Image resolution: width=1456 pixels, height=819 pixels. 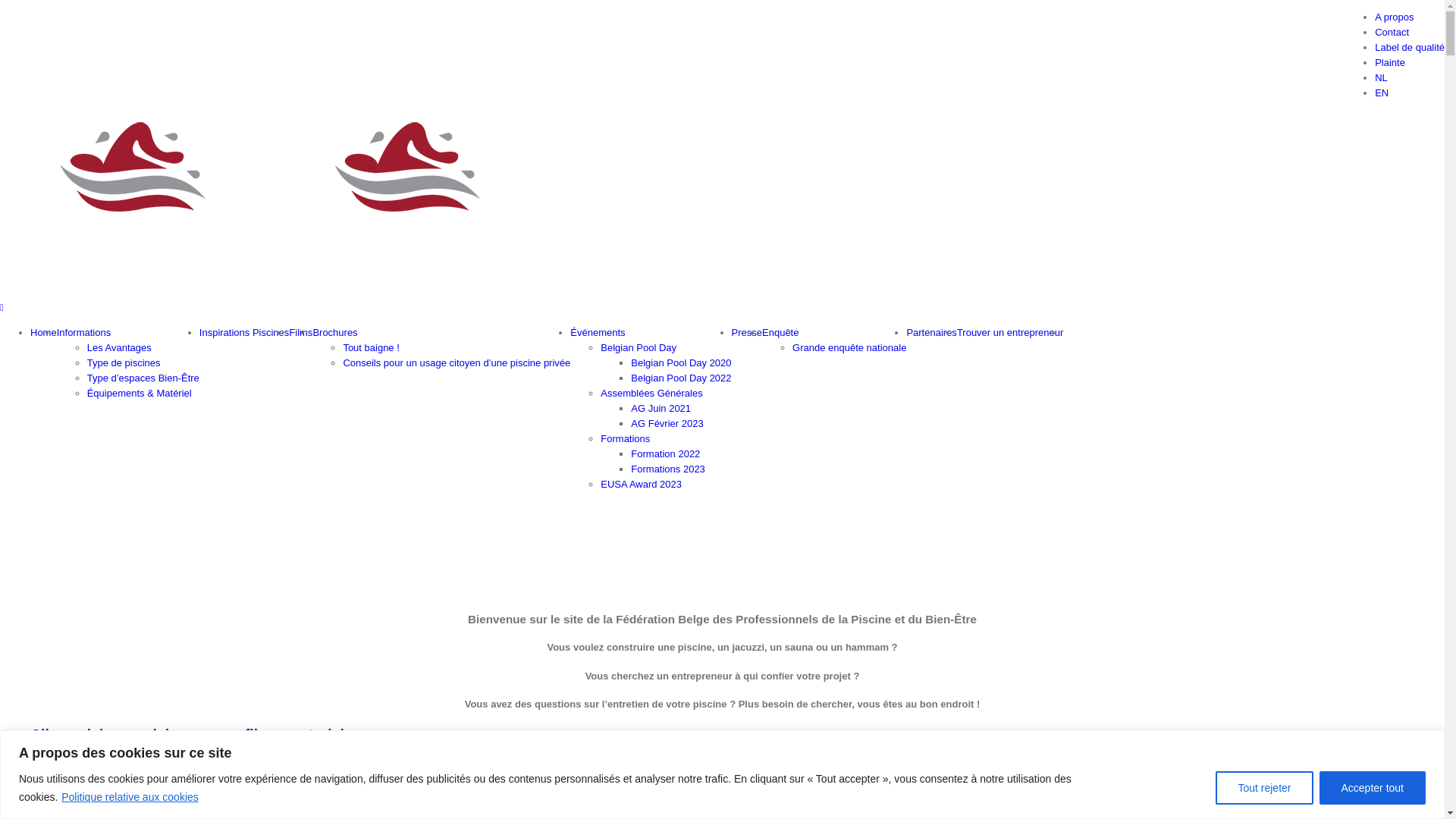 What do you see at coordinates (661, 407) in the screenshot?
I see `'AG Juin 2021'` at bounding box center [661, 407].